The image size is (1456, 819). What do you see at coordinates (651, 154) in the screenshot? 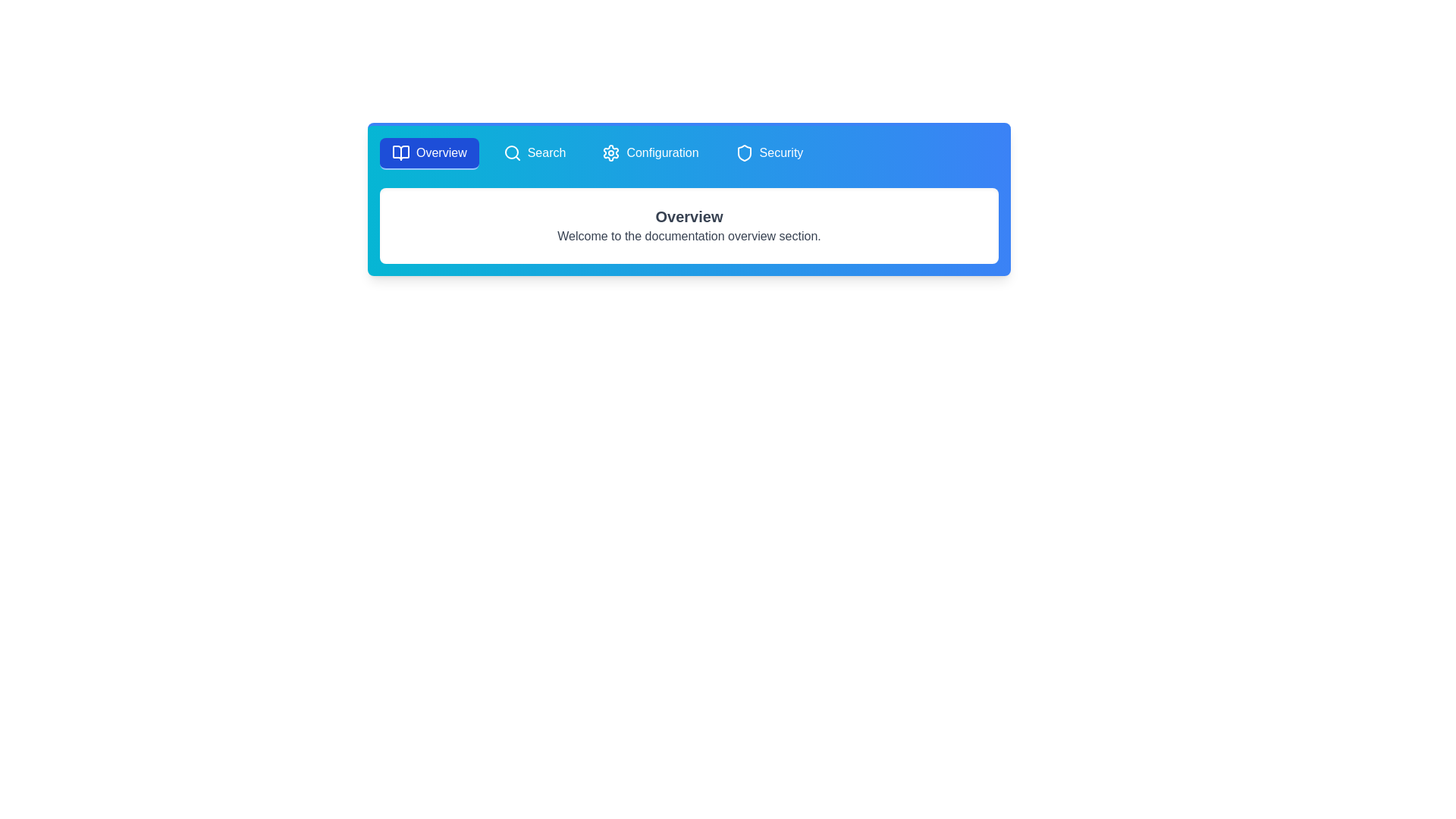
I see `the 'Configuration' button in the horizontal navigation menu` at bounding box center [651, 154].